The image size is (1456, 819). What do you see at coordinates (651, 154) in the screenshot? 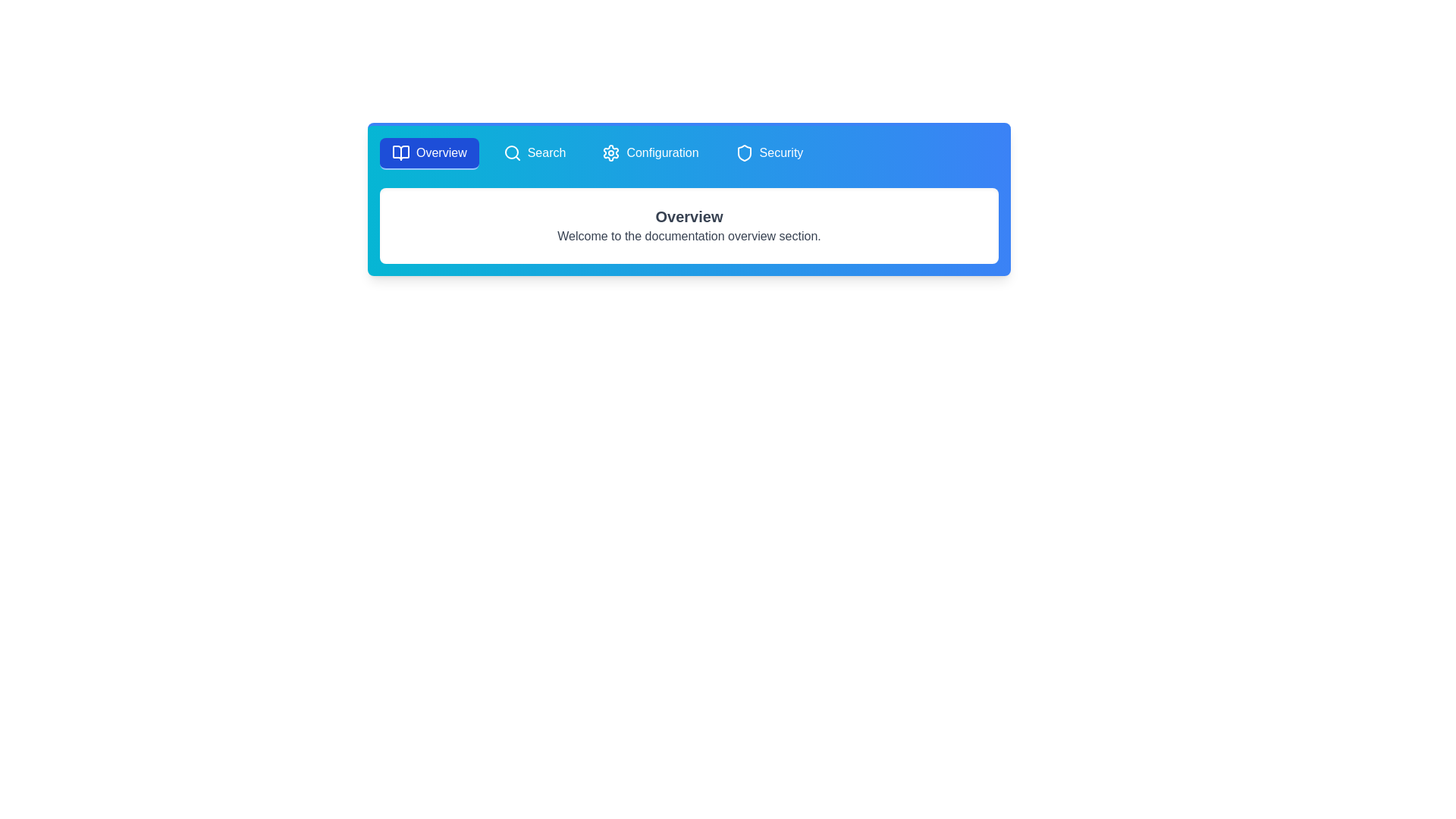
I see `the 'Configuration' button in the horizontal navigation menu` at bounding box center [651, 154].